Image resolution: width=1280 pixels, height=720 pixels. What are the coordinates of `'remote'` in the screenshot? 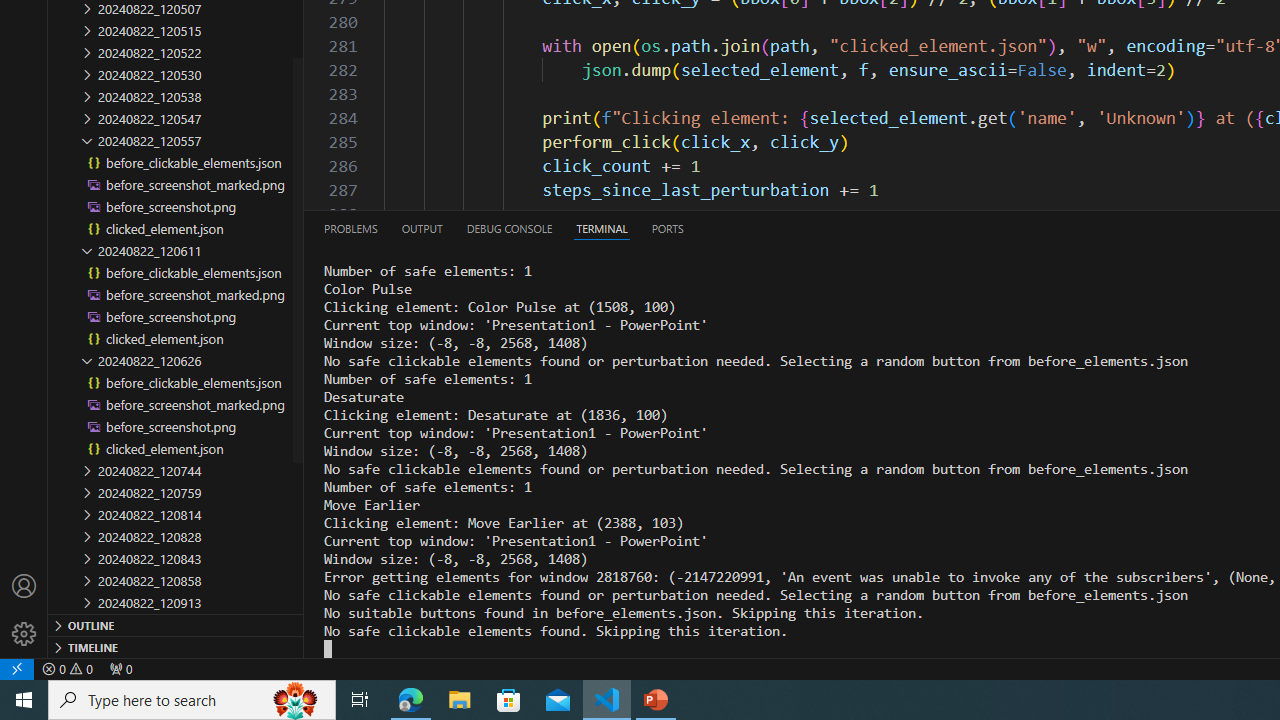 It's located at (17, 668).